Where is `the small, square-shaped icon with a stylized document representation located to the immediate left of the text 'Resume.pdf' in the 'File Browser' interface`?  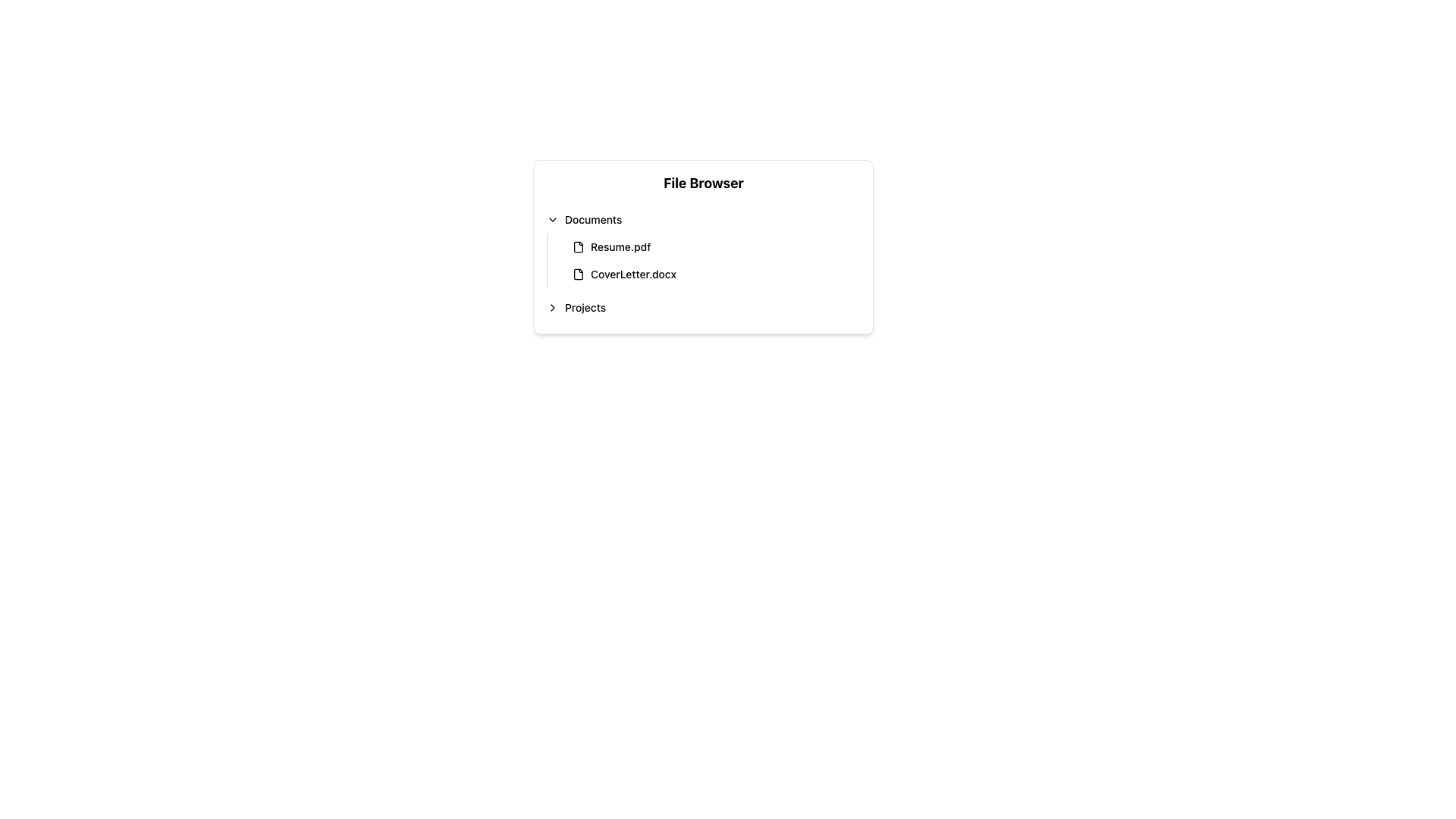 the small, square-shaped icon with a stylized document representation located to the immediate left of the text 'Resume.pdf' in the 'File Browser' interface is located at coordinates (578, 246).